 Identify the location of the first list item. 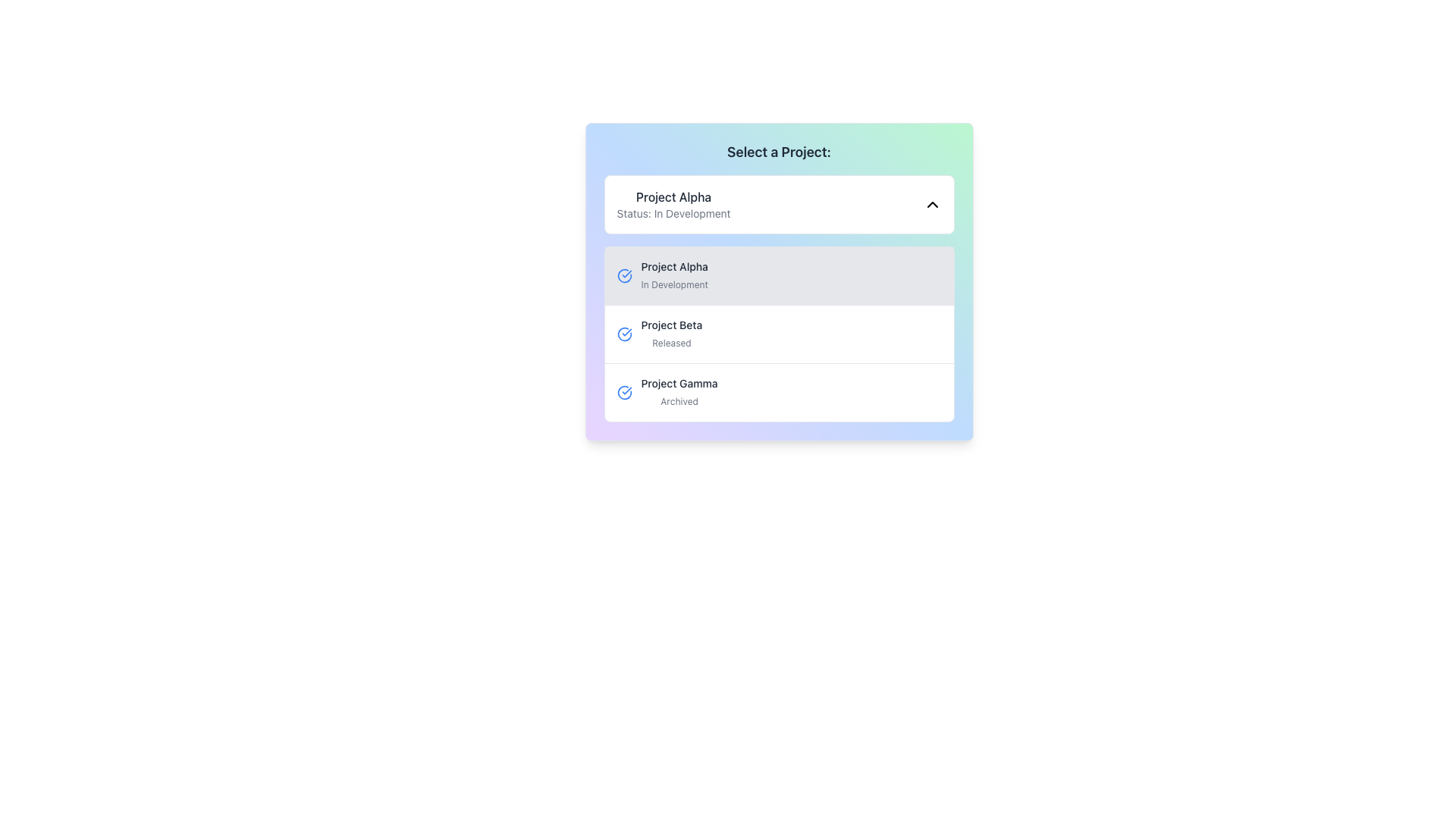
(779, 281).